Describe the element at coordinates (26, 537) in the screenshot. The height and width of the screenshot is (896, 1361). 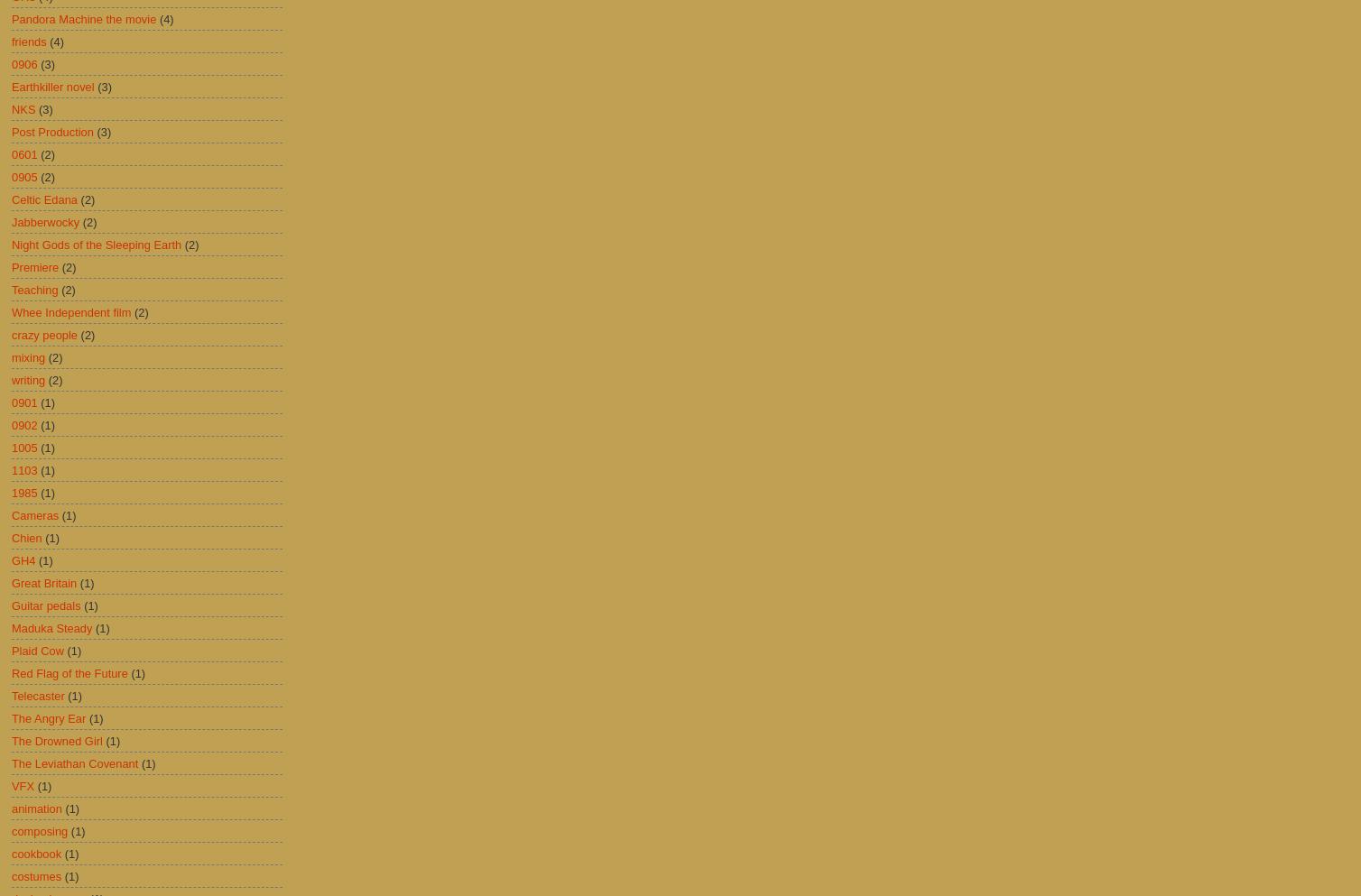
I see `'Chien'` at that location.